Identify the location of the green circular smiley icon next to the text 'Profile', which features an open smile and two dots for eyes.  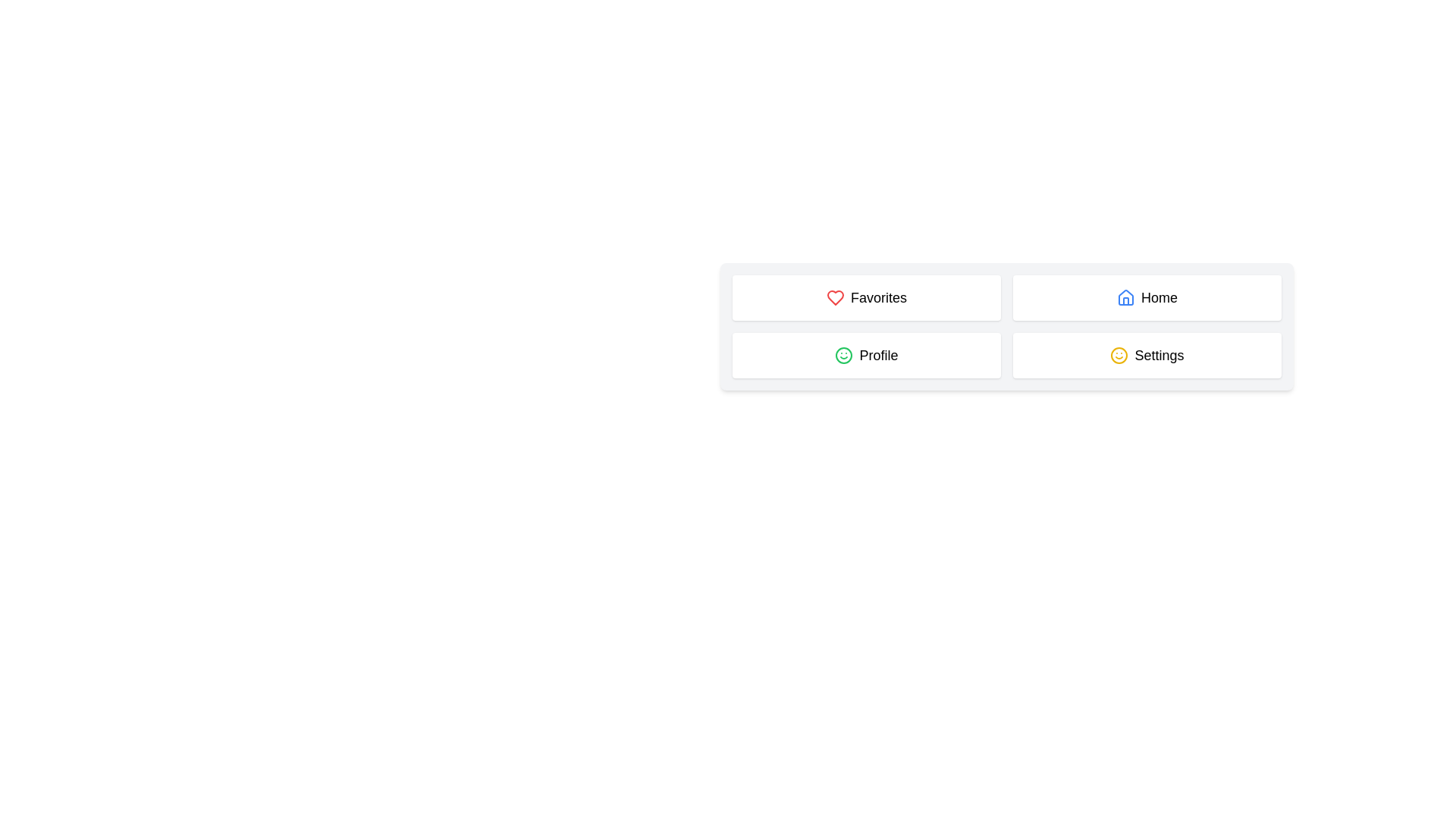
(843, 356).